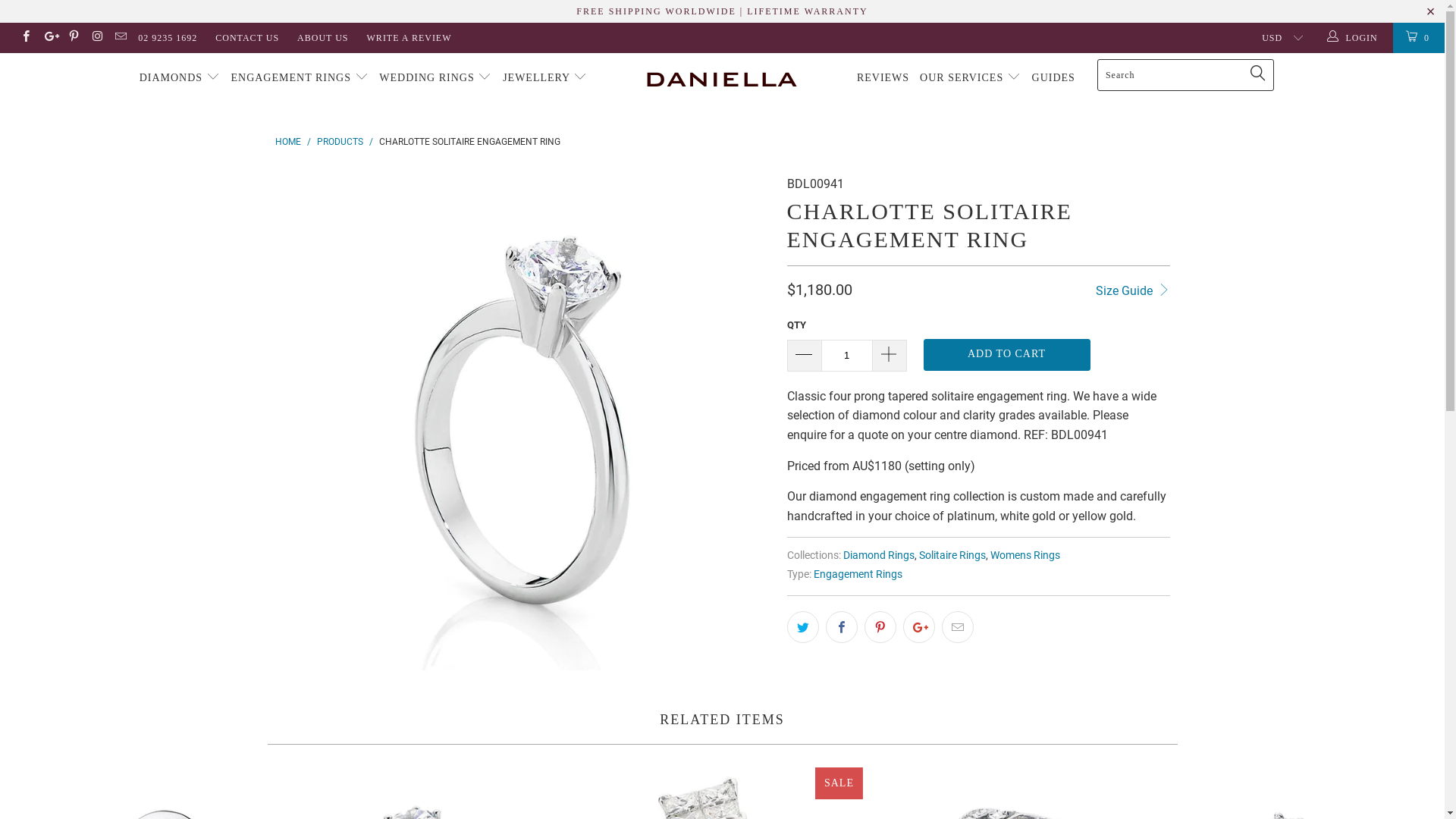  What do you see at coordinates (435, 78) in the screenshot?
I see `'WEDDING RINGS'` at bounding box center [435, 78].